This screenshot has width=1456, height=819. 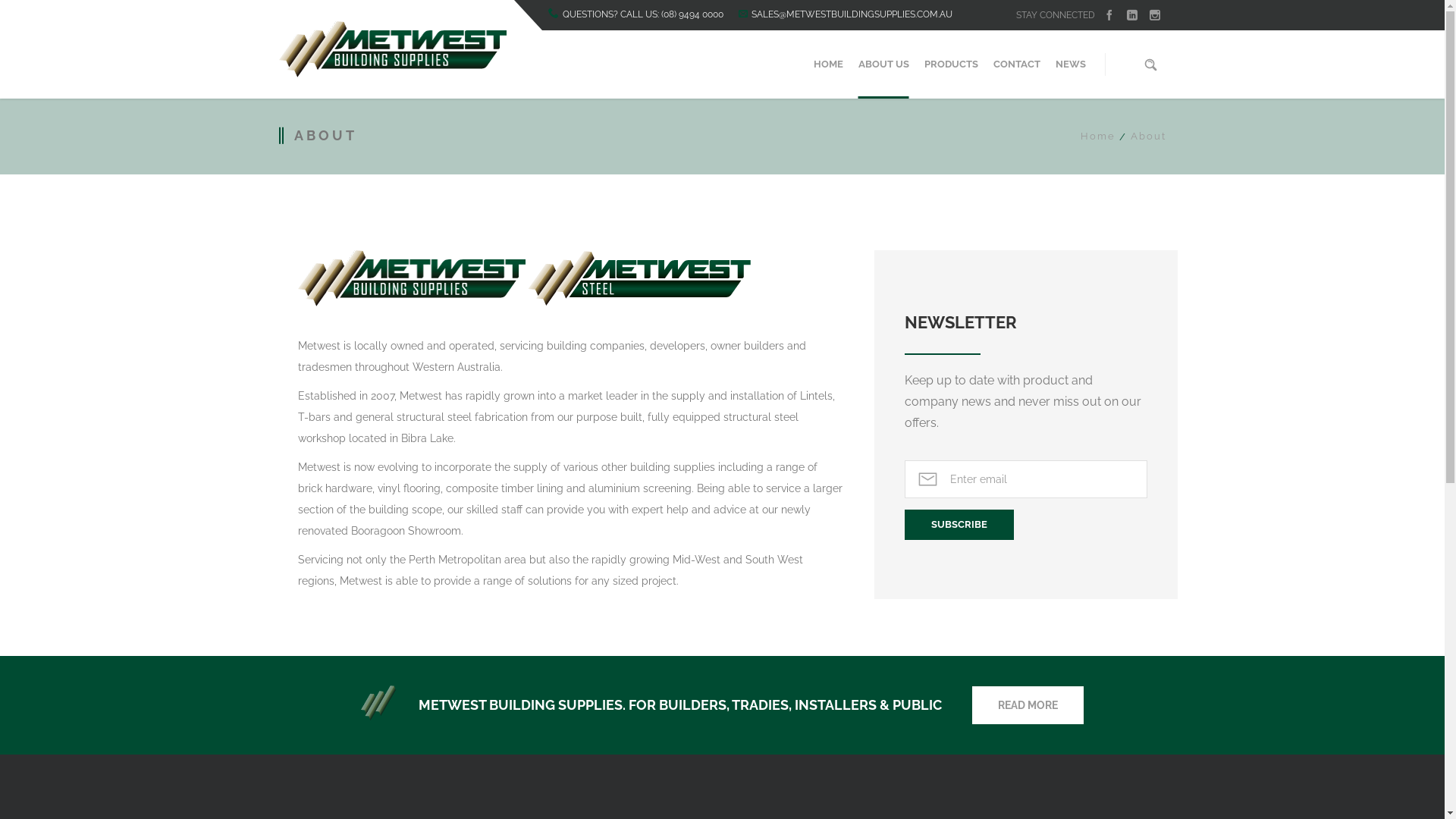 I want to click on 'Subscribe', so click(x=957, y=523).